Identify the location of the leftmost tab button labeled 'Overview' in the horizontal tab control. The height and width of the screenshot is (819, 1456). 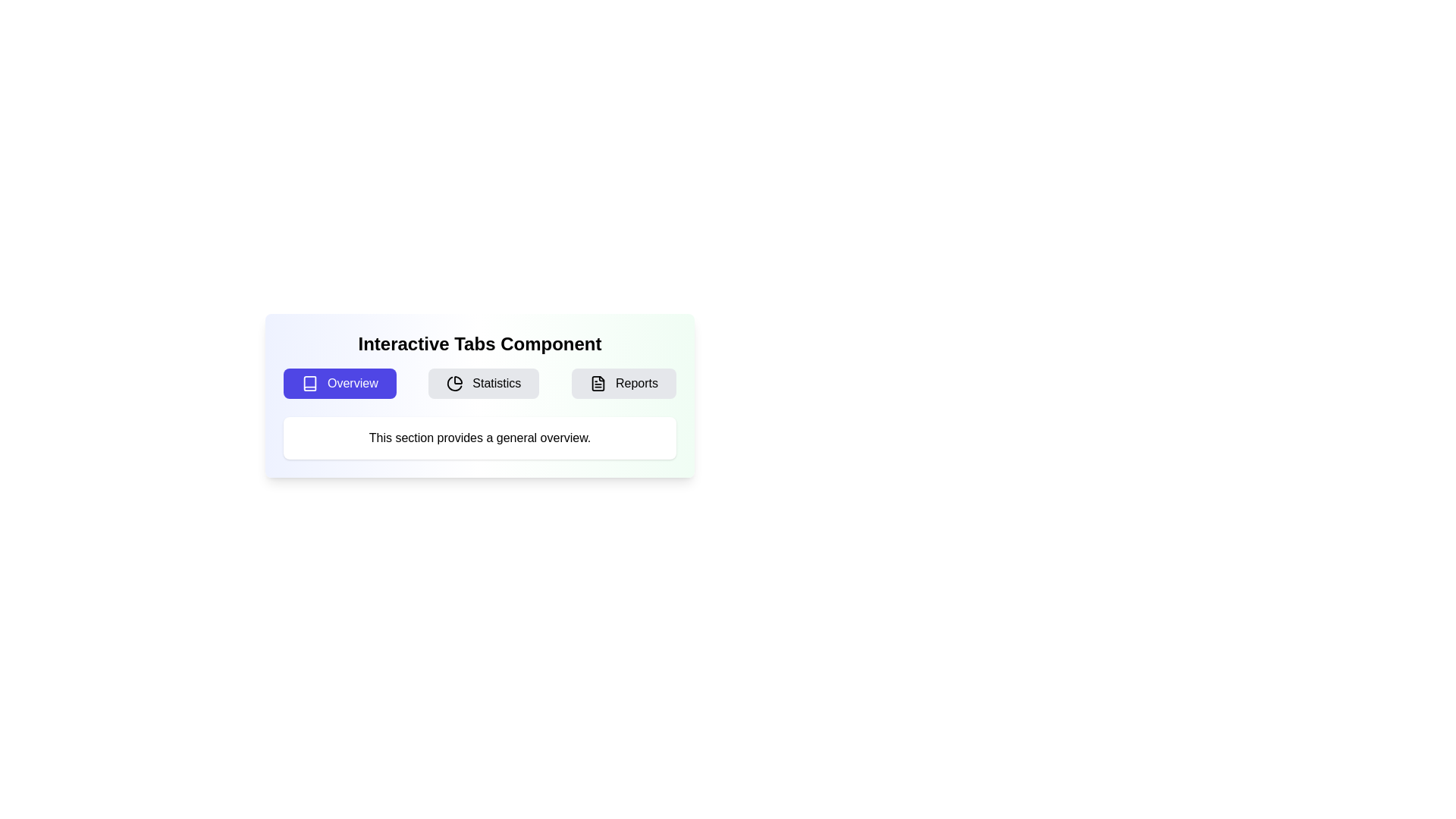
(339, 382).